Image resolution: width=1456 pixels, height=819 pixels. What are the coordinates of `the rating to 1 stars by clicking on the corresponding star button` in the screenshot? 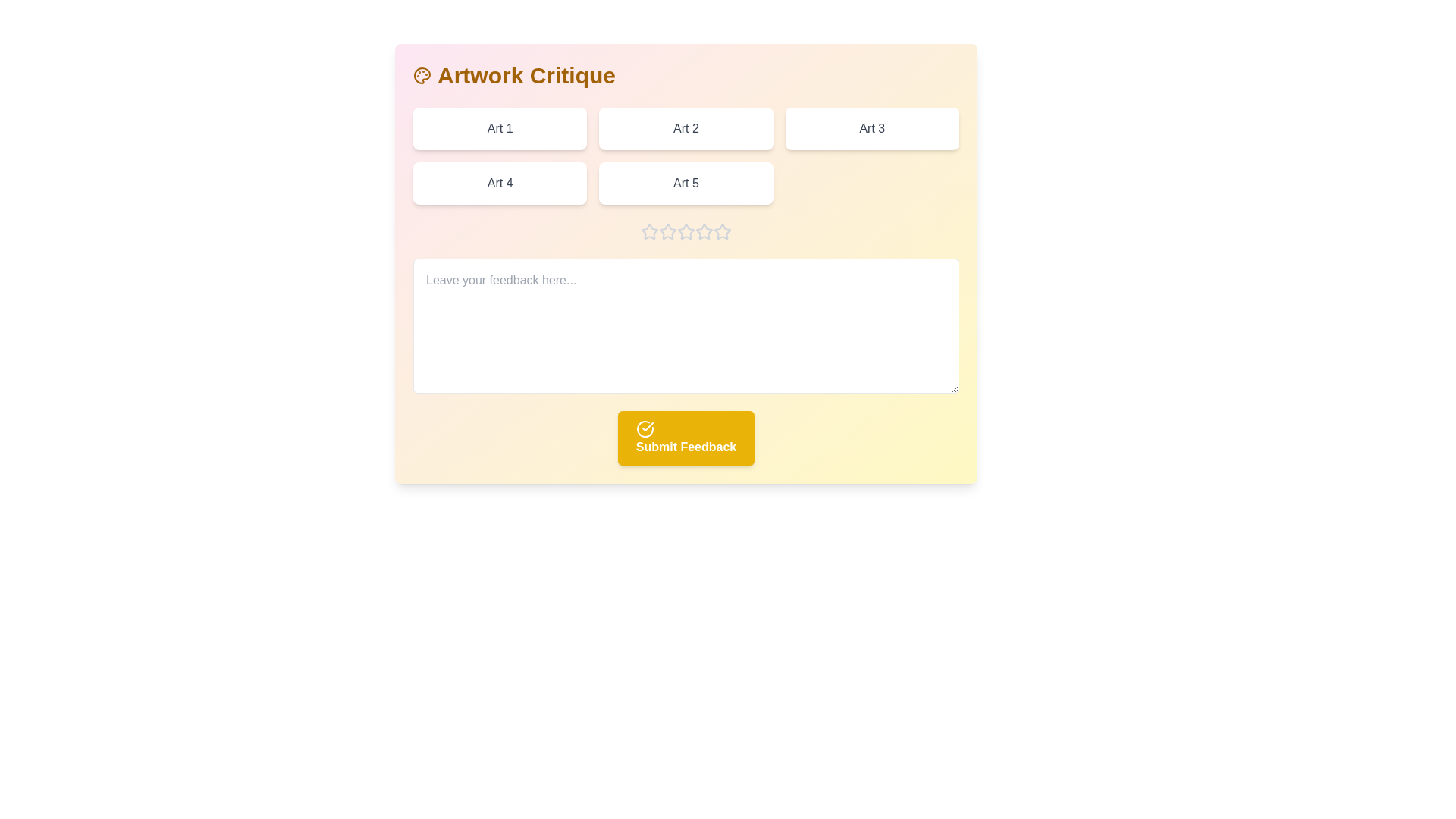 It's located at (650, 231).